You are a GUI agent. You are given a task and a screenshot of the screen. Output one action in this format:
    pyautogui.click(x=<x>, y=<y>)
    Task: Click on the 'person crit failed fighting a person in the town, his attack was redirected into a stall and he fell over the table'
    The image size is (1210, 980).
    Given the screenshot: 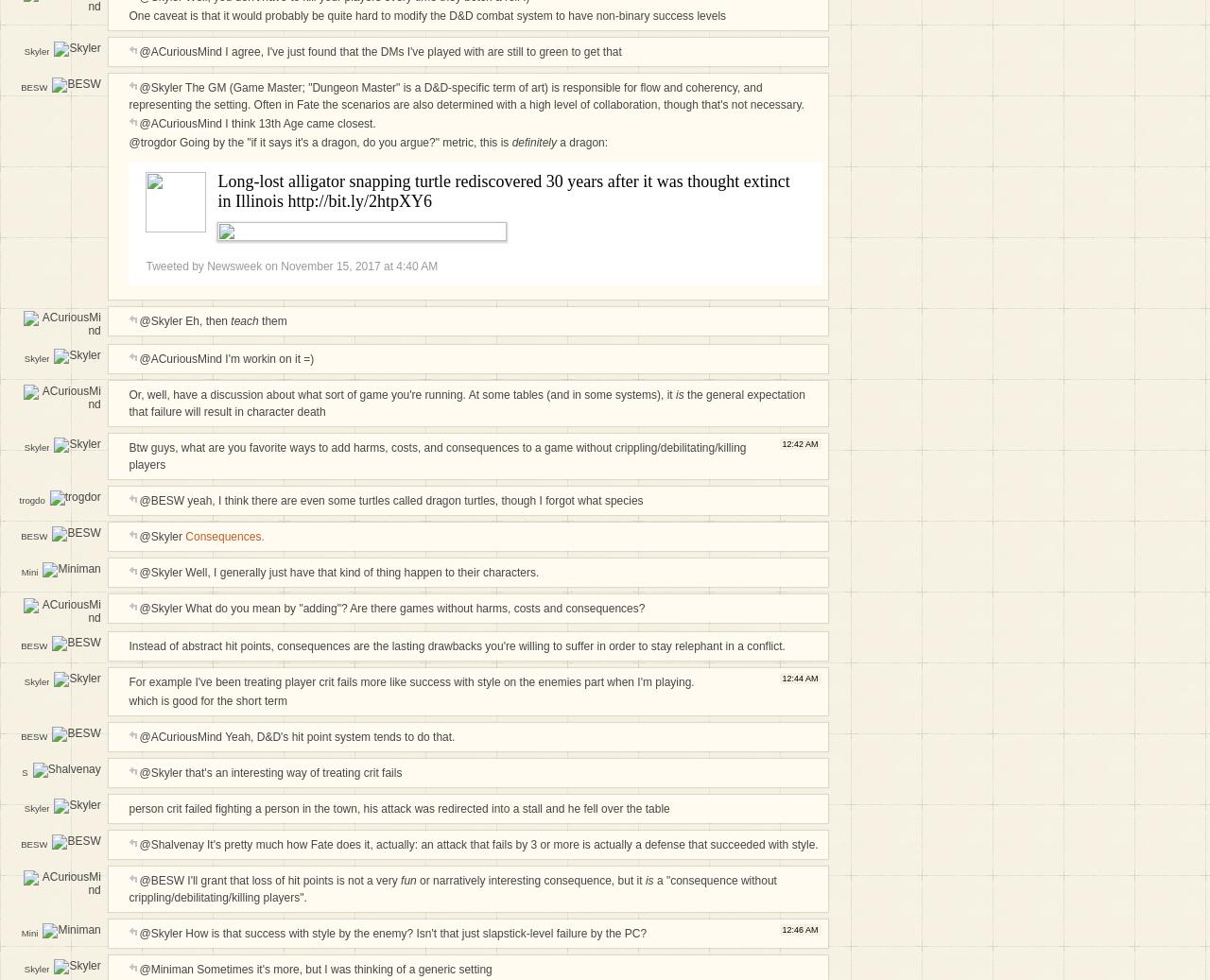 What is the action you would take?
    pyautogui.click(x=398, y=808)
    